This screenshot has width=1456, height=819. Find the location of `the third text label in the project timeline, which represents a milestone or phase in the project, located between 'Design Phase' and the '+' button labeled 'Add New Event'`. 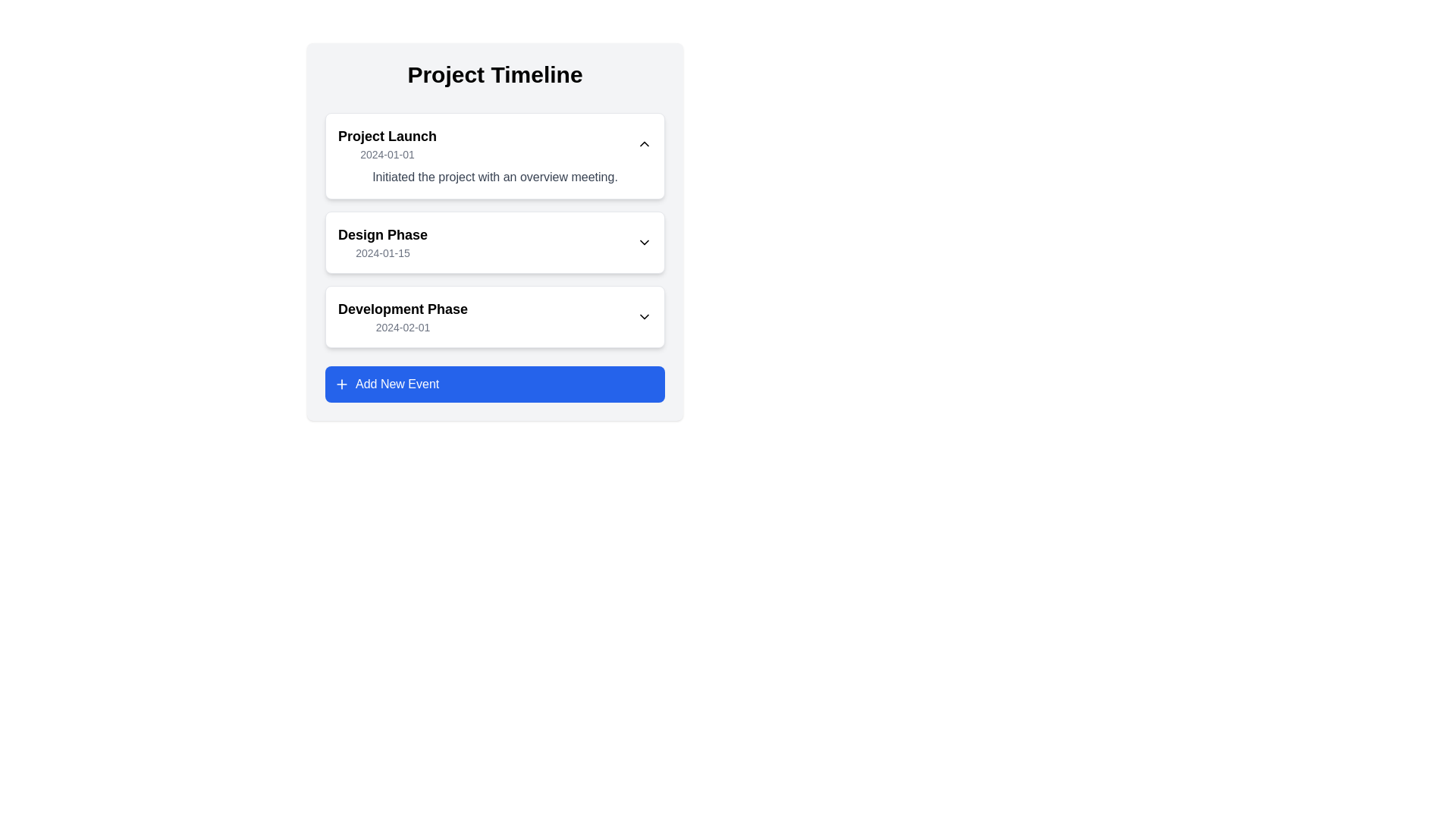

the third text label in the project timeline, which represents a milestone or phase in the project, located between 'Design Phase' and the '+' button labeled 'Add New Event' is located at coordinates (403, 315).